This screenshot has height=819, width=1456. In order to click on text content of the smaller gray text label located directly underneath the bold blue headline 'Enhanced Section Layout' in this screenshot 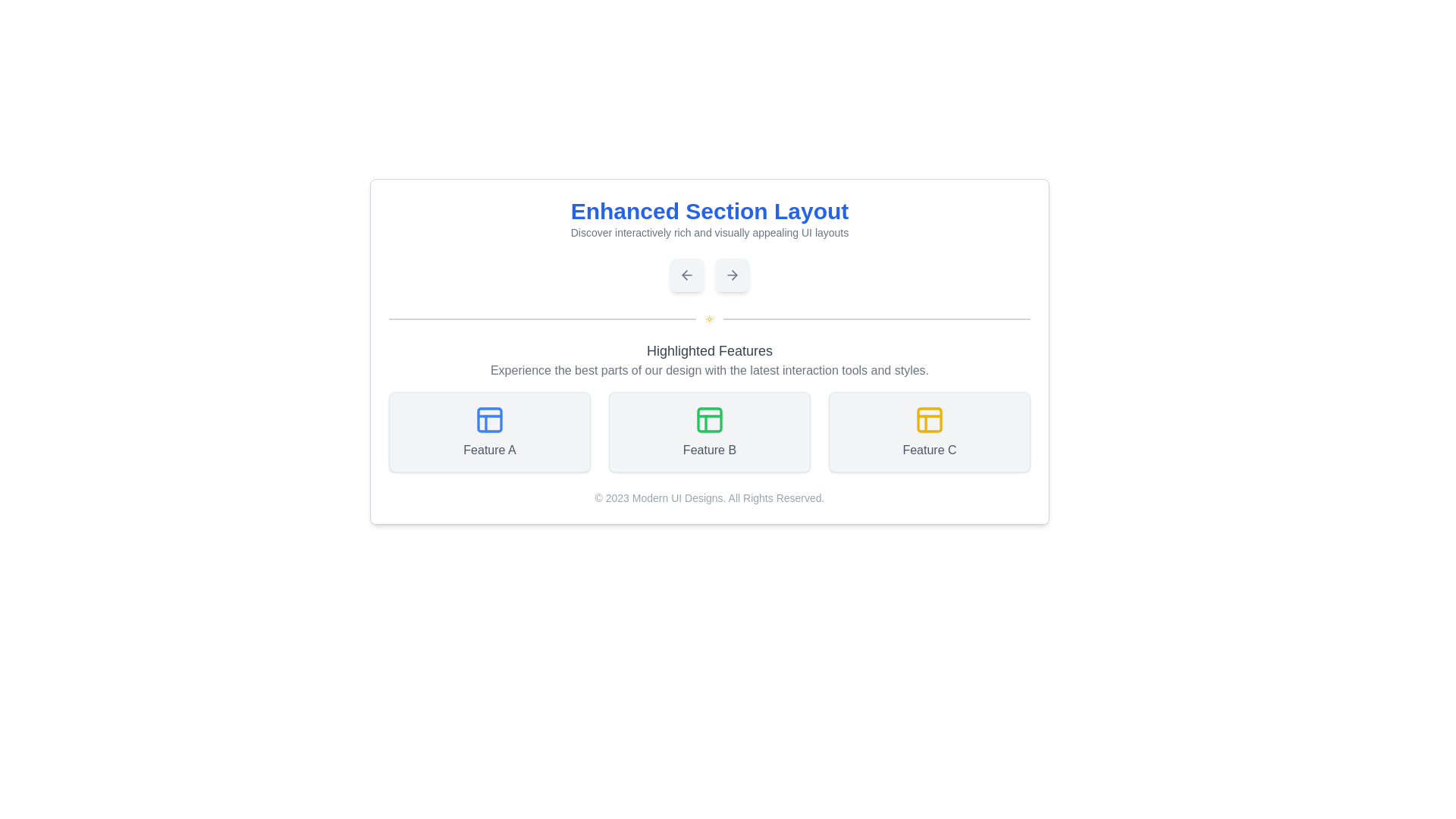, I will do `click(709, 233)`.